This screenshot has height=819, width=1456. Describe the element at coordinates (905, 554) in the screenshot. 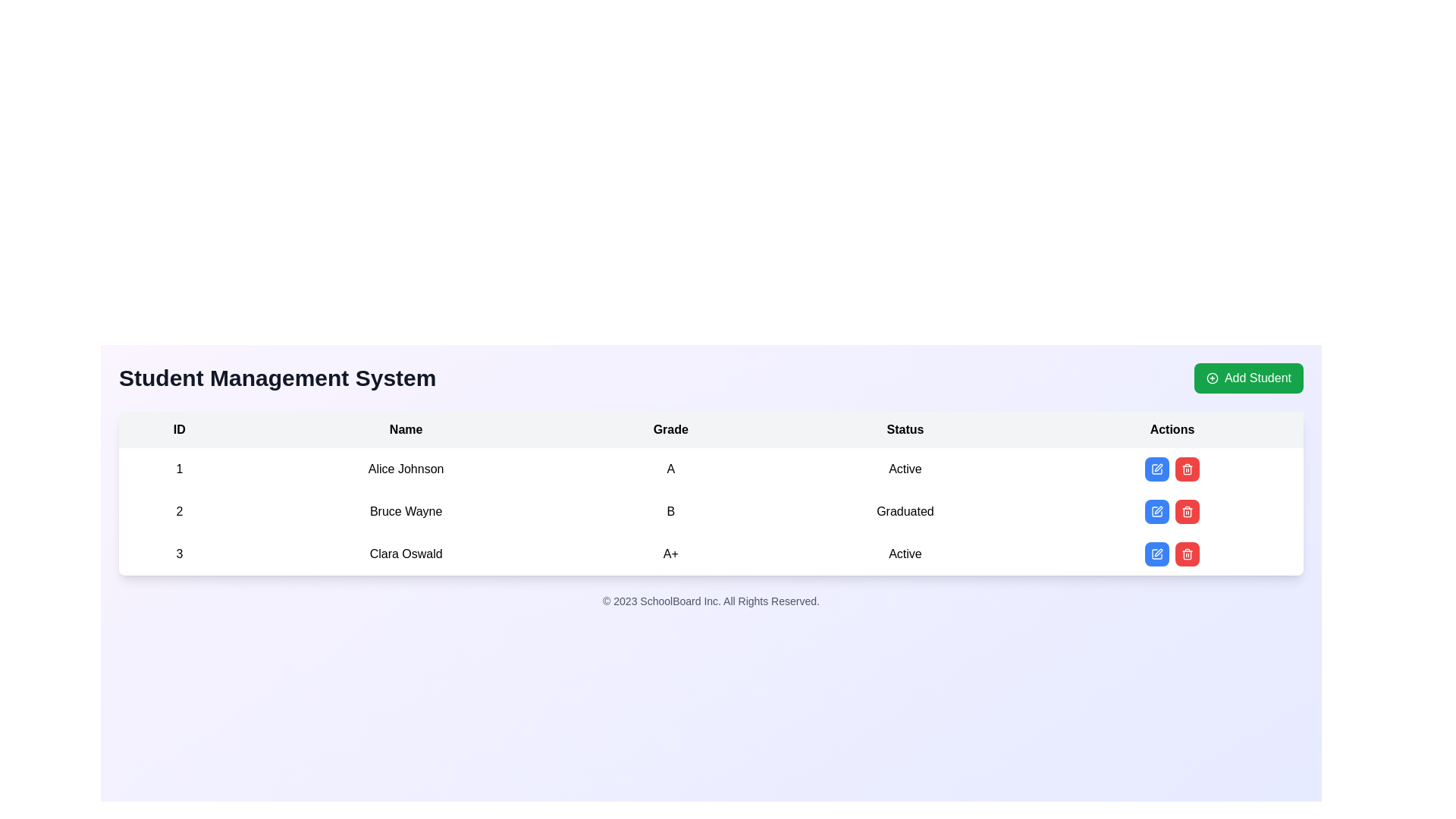

I see `the text element displaying 'Active' located in the fourth column of the third row under the 'Status' column in the 'Student Management System' table` at that location.